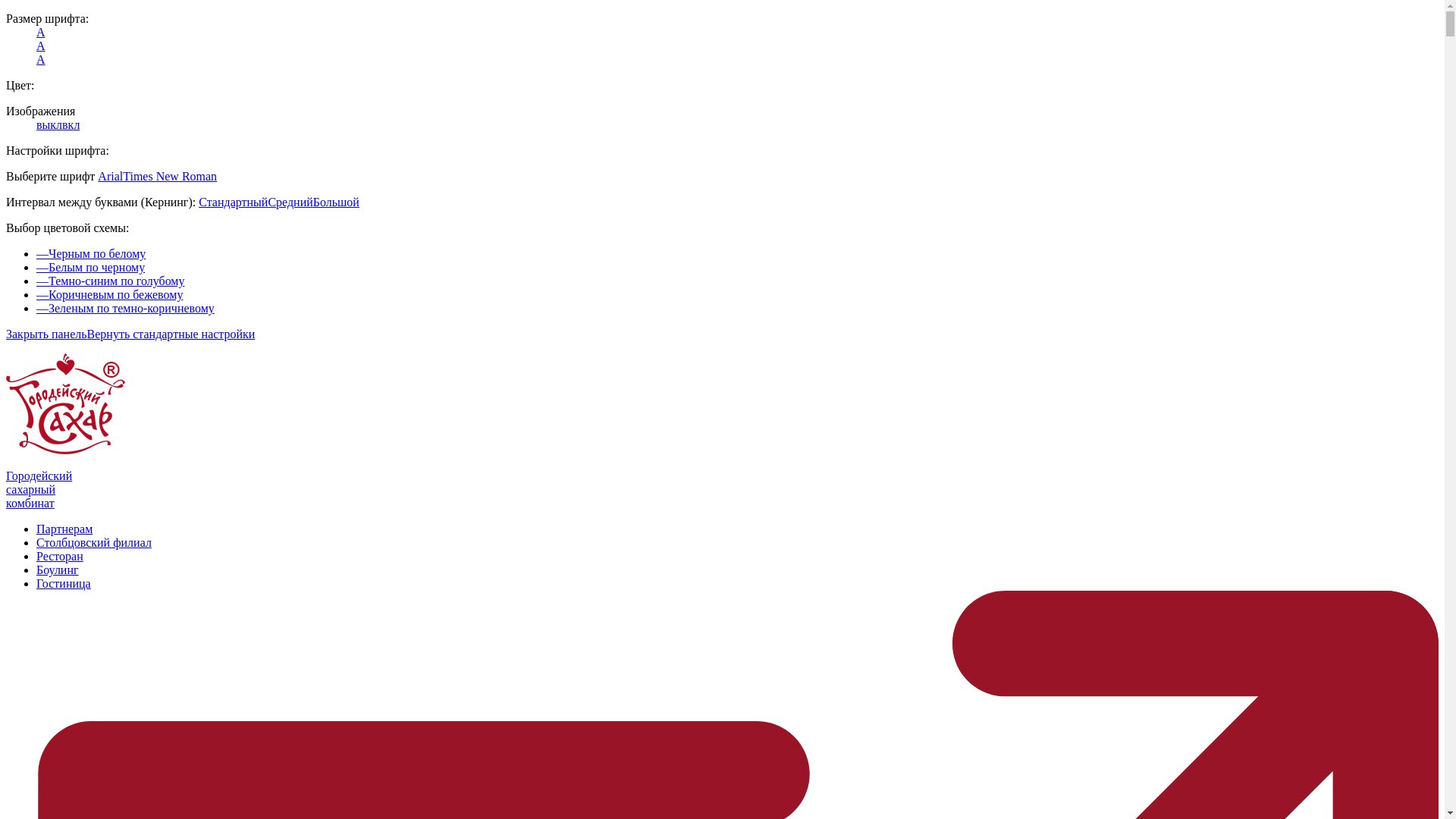 The width and height of the screenshot is (1456, 819). I want to click on 'Times New Roman', so click(170, 175).